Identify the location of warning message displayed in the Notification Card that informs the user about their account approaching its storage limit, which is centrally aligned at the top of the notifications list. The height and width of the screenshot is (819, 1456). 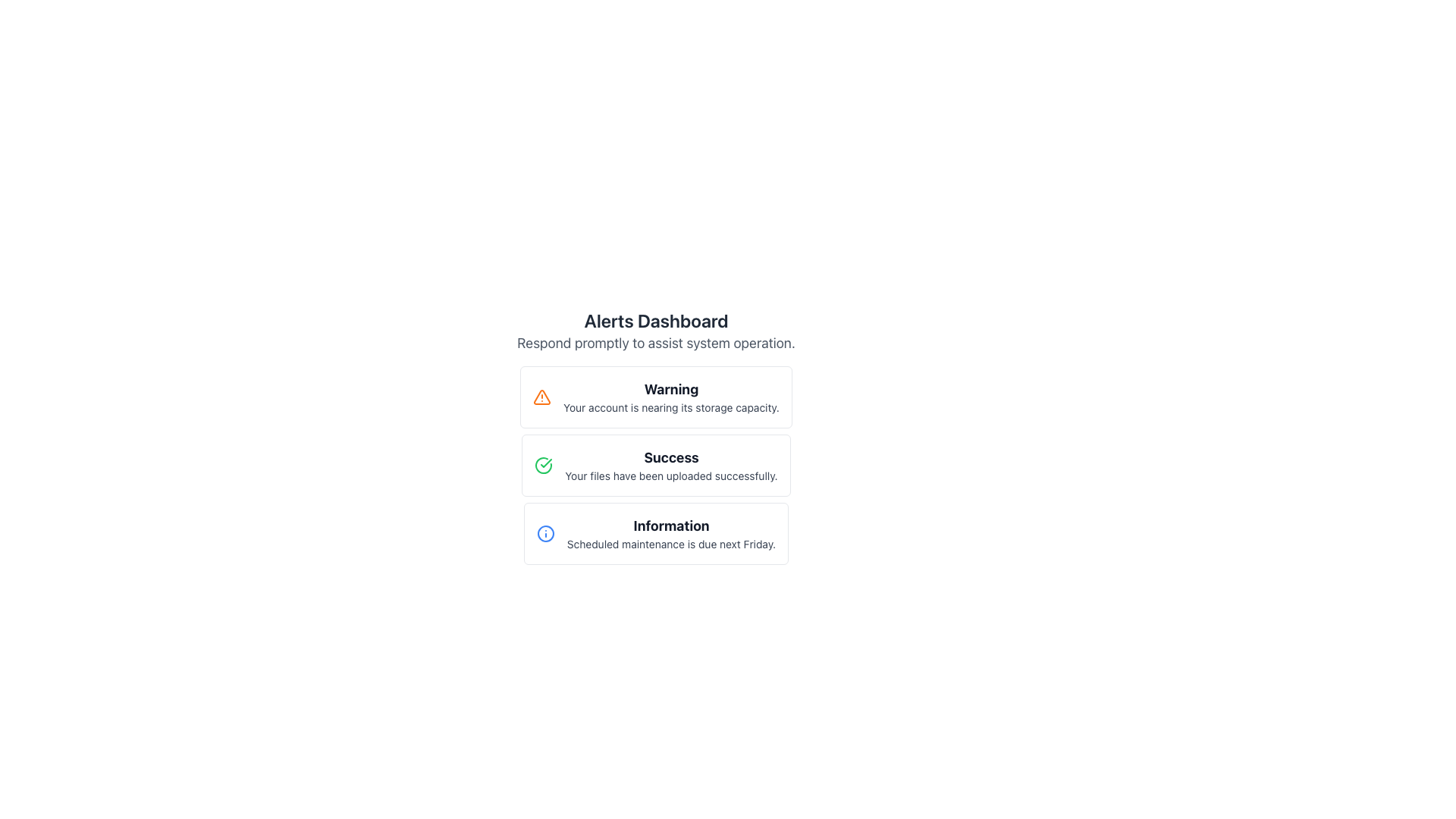
(656, 397).